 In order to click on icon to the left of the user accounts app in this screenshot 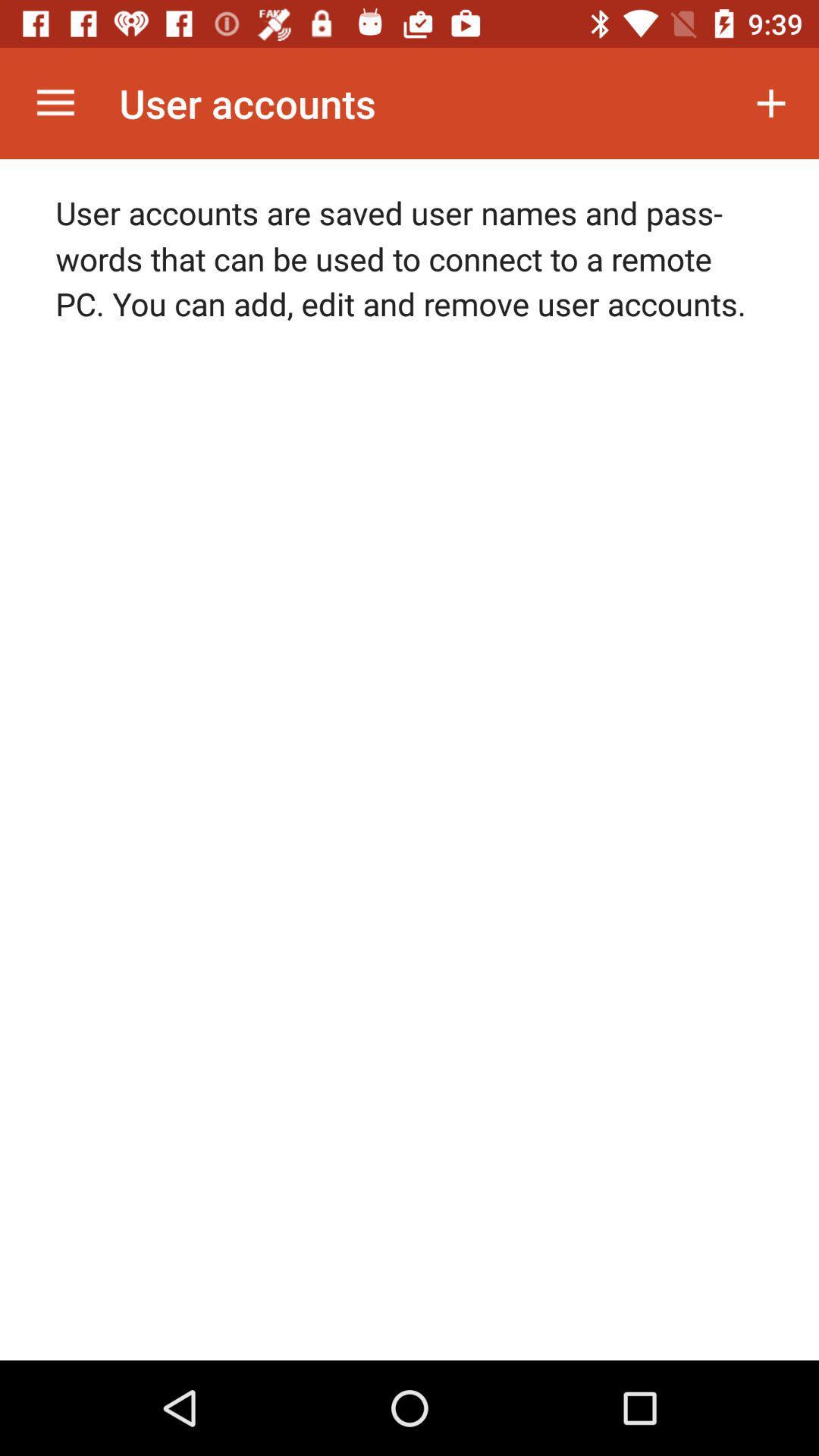, I will do `click(55, 102)`.